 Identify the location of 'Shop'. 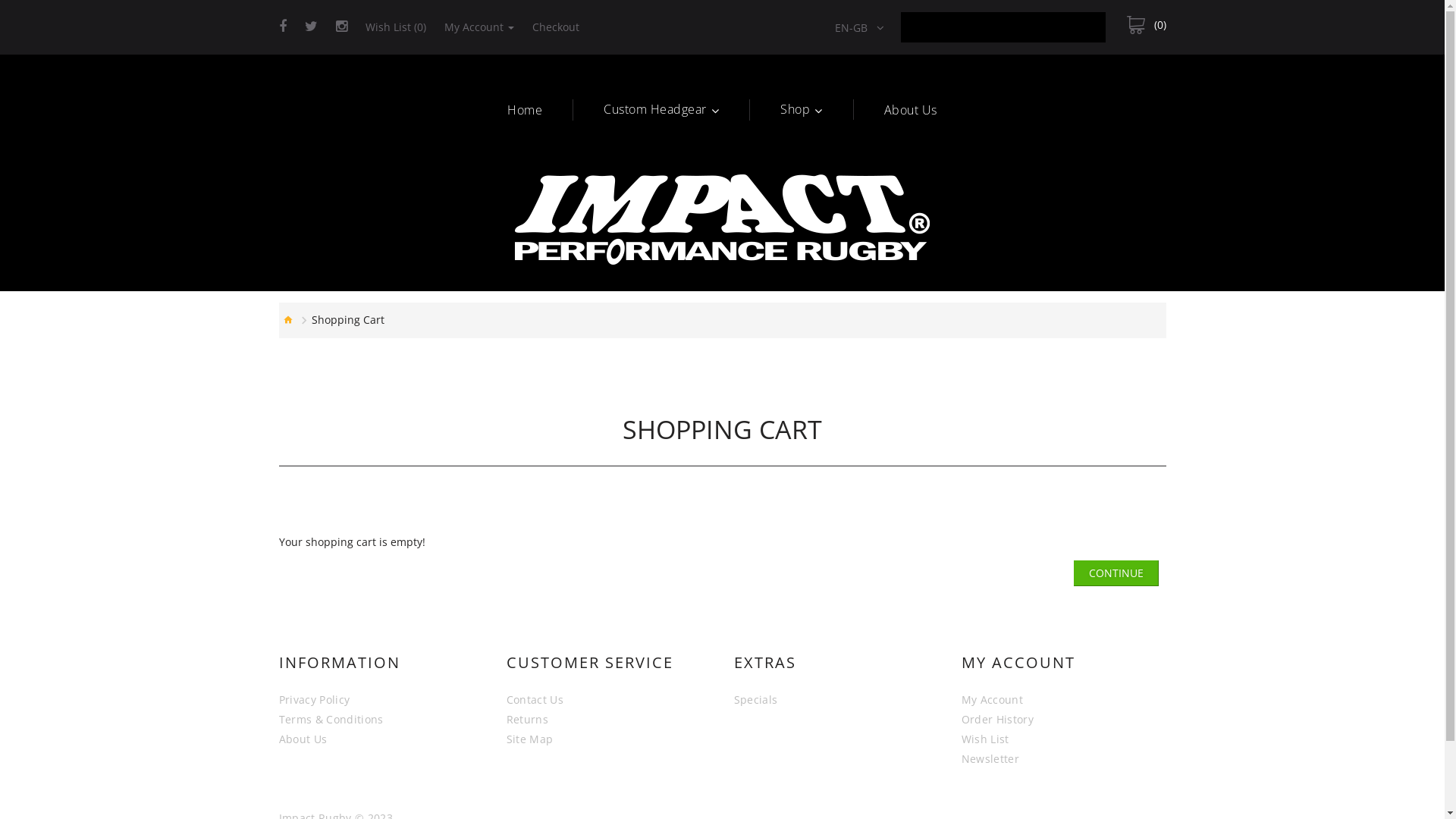
(780, 109).